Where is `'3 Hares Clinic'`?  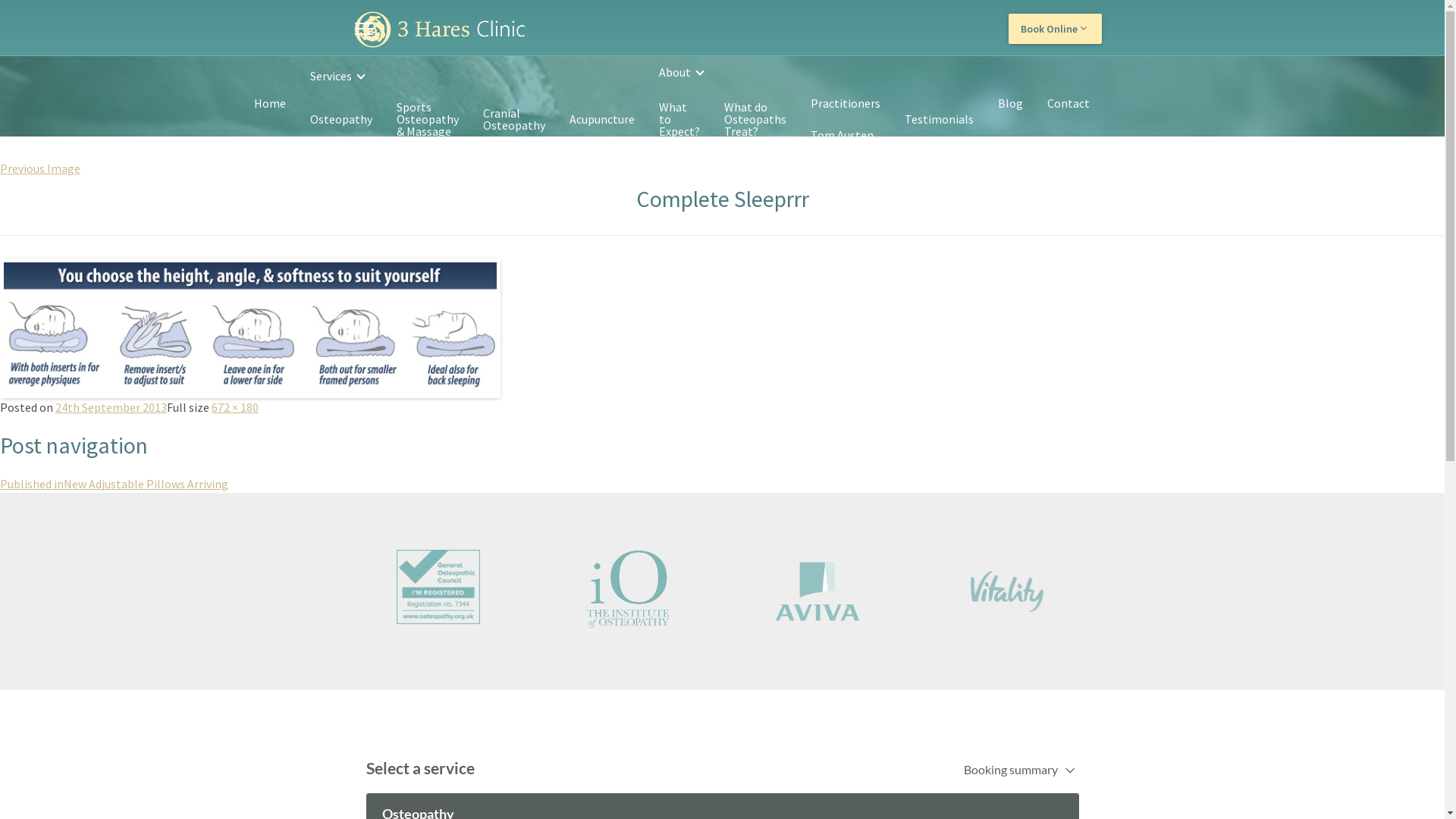
'3 Hares Clinic' is located at coordinates (439, 29).